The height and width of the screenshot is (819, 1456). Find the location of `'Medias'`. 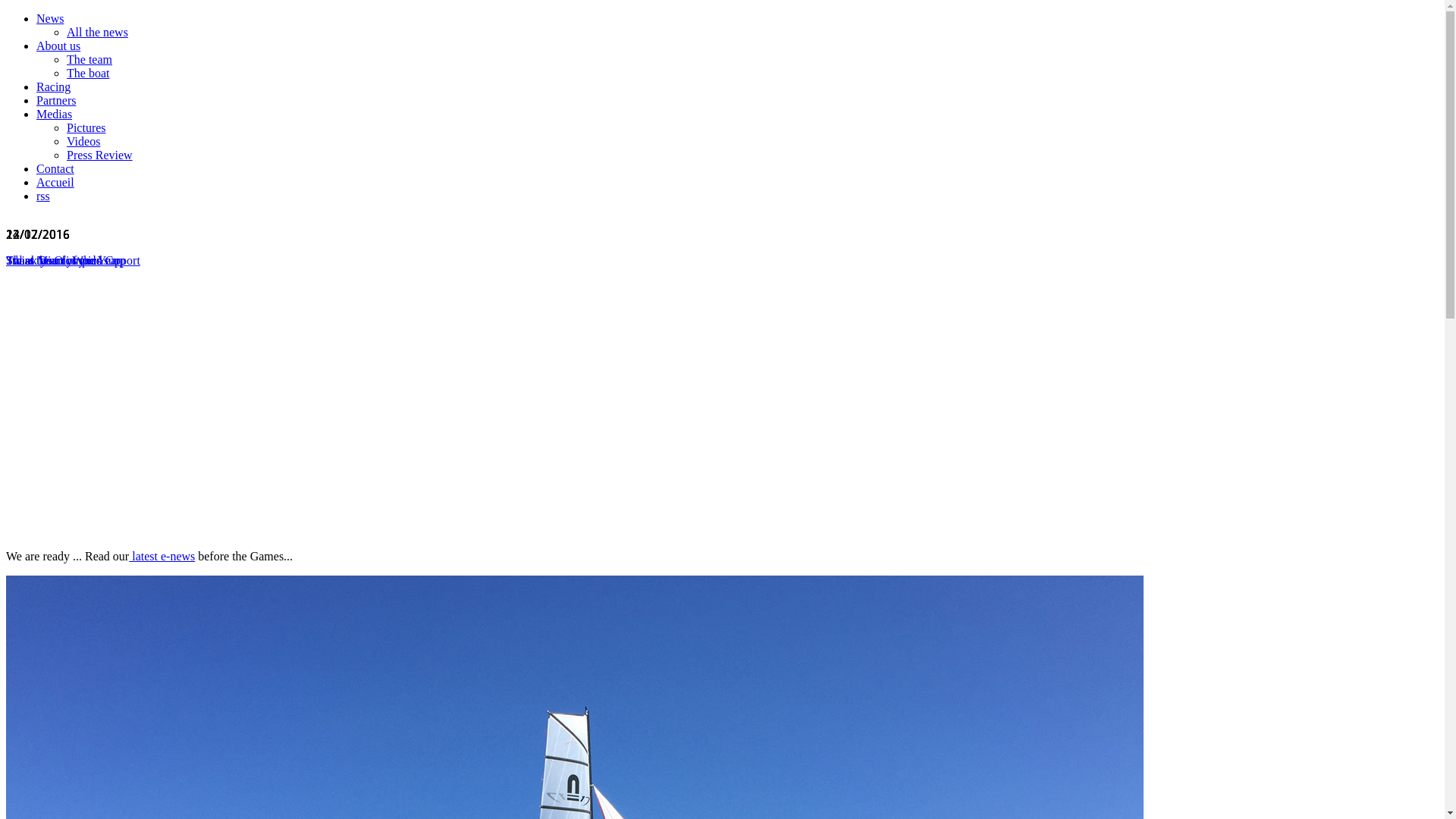

'Medias' is located at coordinates (54, 113).